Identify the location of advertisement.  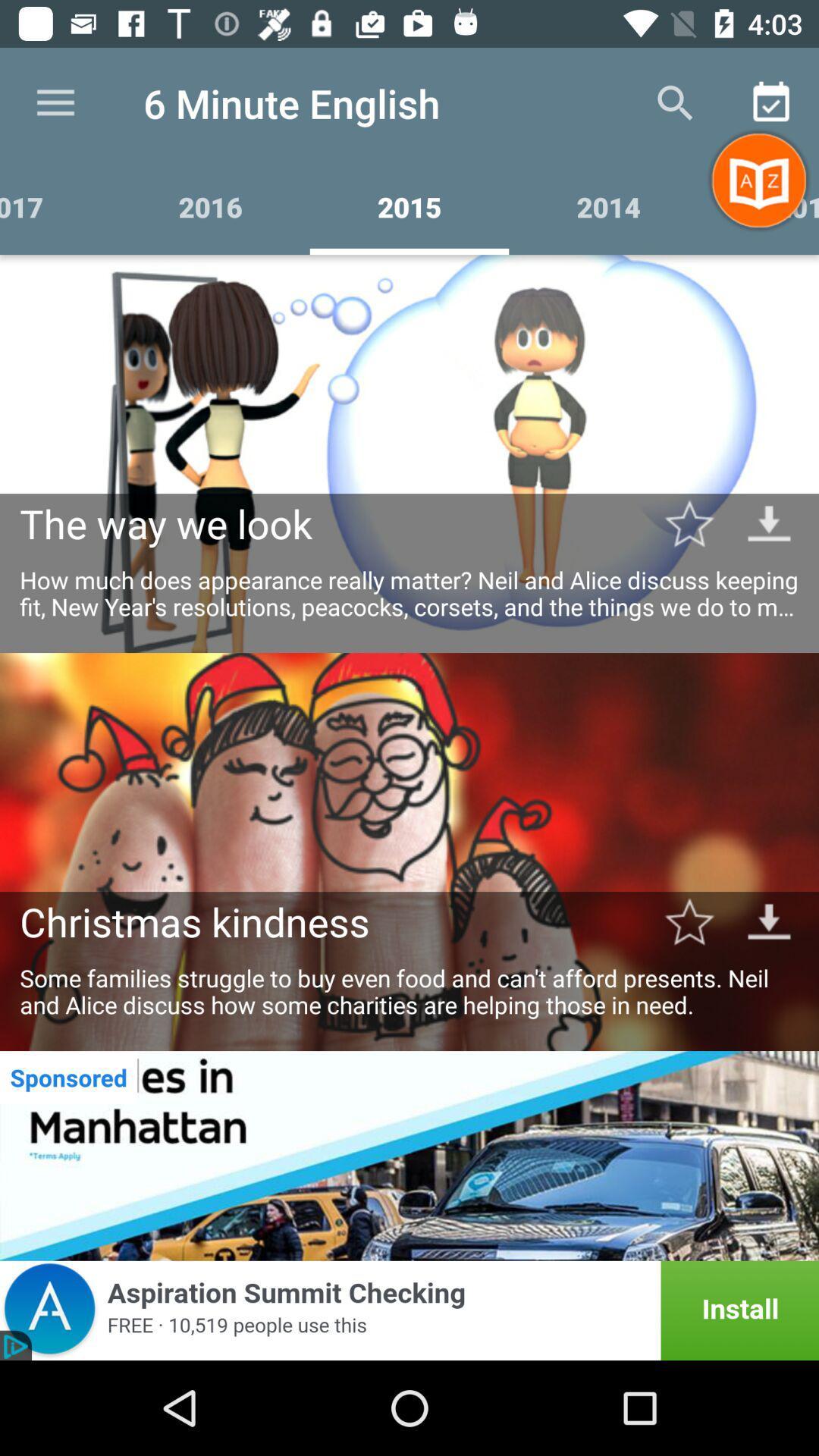
(409, 1155).